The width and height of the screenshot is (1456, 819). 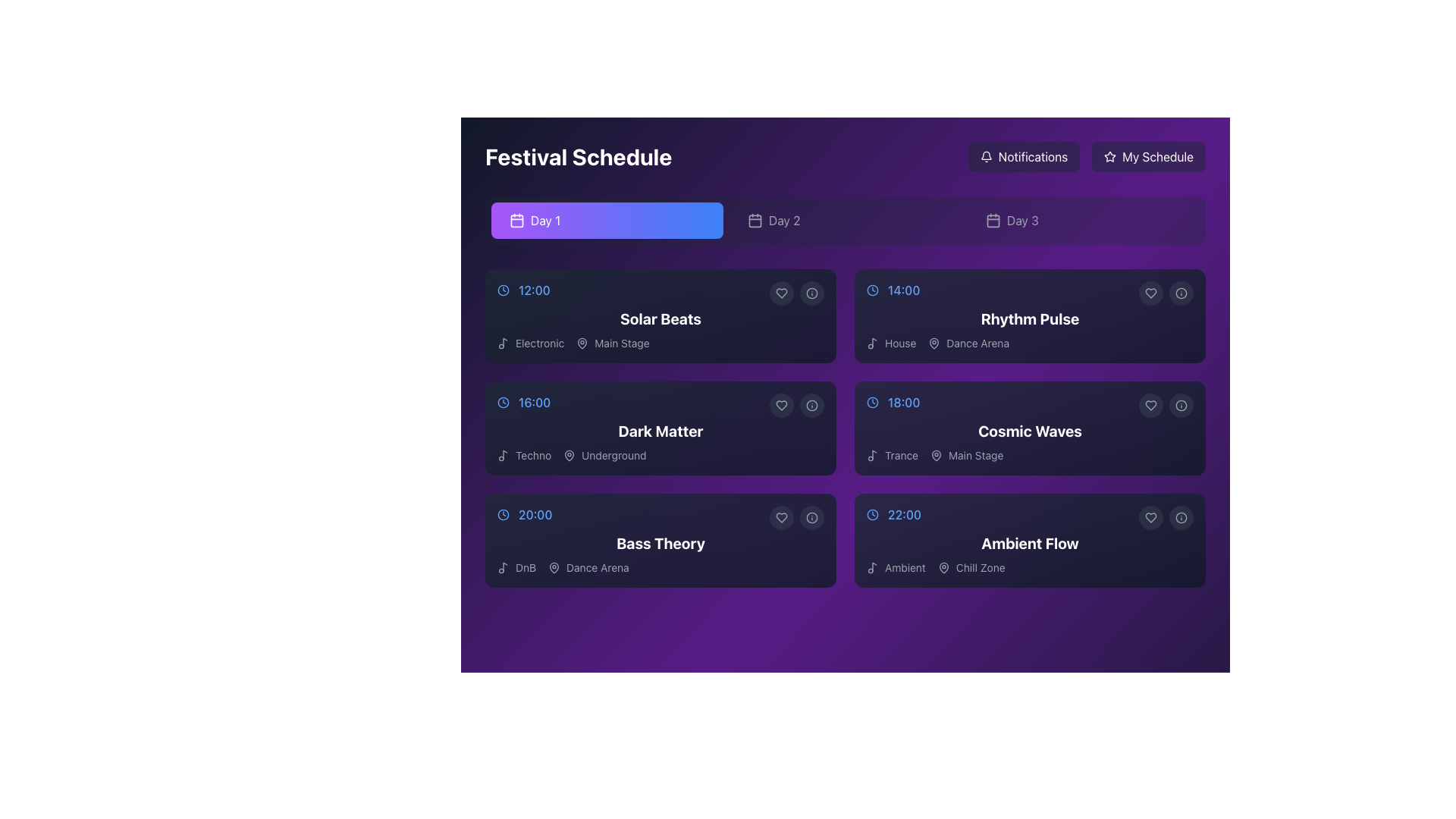 What do you see at coordinates (524, 455) in the screenshot?
I see `the 'Techno' genre text label with the music note icon located in the 'Dark Matter' event details` at bounding box center [524, 455].